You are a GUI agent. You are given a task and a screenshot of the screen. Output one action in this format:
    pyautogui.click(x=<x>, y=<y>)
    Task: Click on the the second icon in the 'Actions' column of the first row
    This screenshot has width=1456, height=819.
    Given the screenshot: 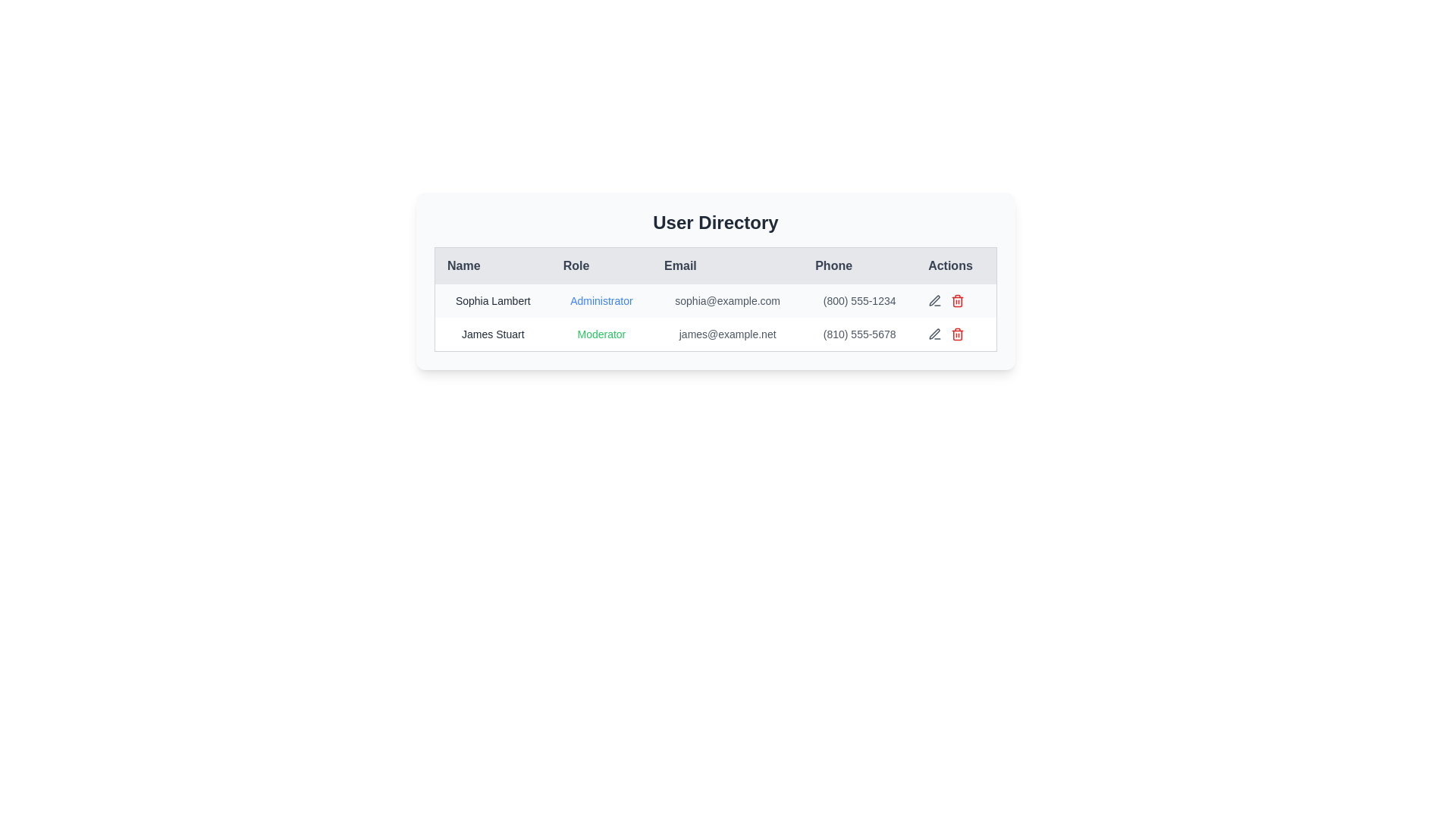 What is the action you would take?
    pyautogui.click(x=955, y=301)
    